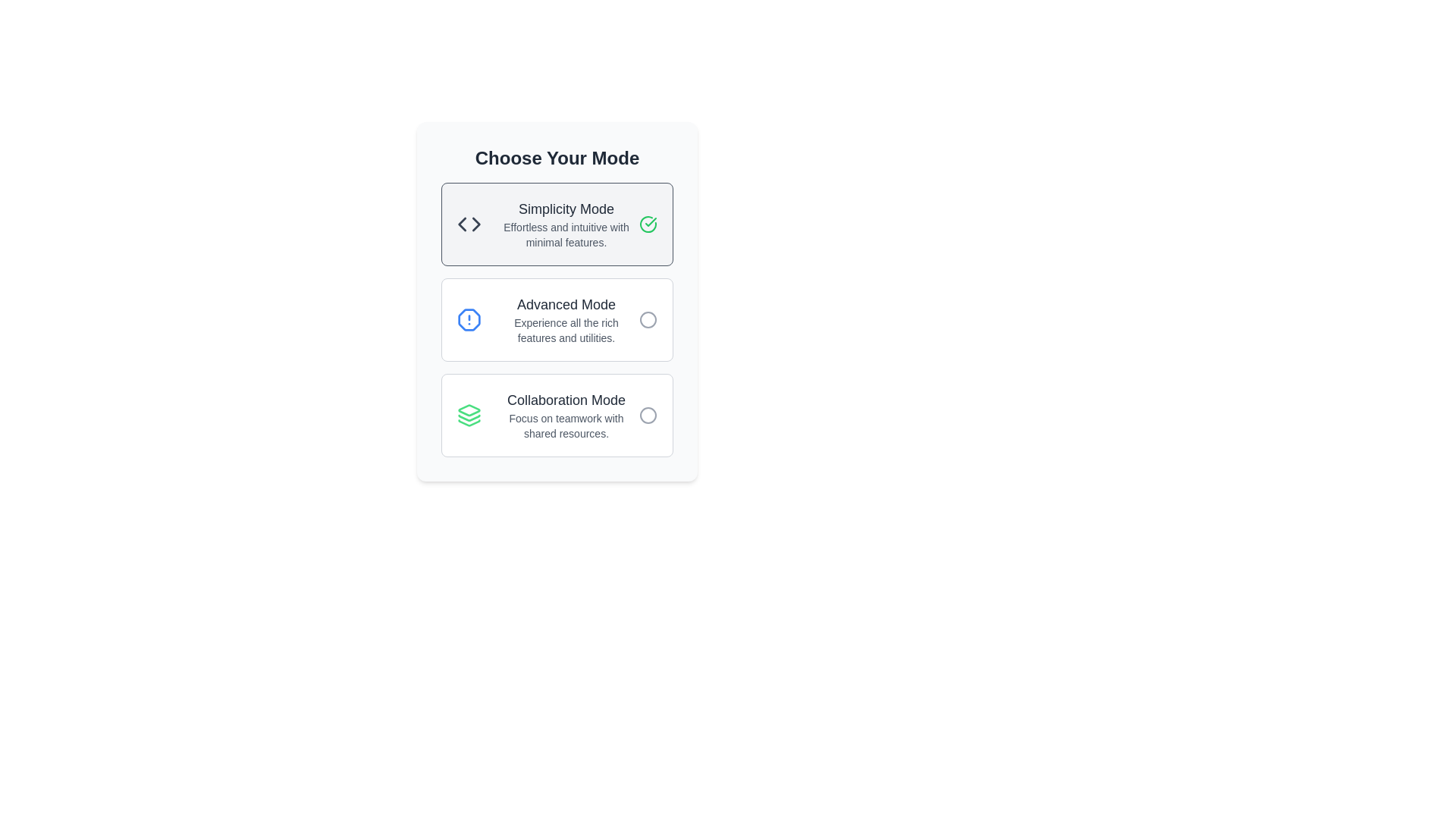  I want to click on the trapezoidal icon with a green border, which is the third component in a vertically stacked series of three shapes, so click(469, 423).